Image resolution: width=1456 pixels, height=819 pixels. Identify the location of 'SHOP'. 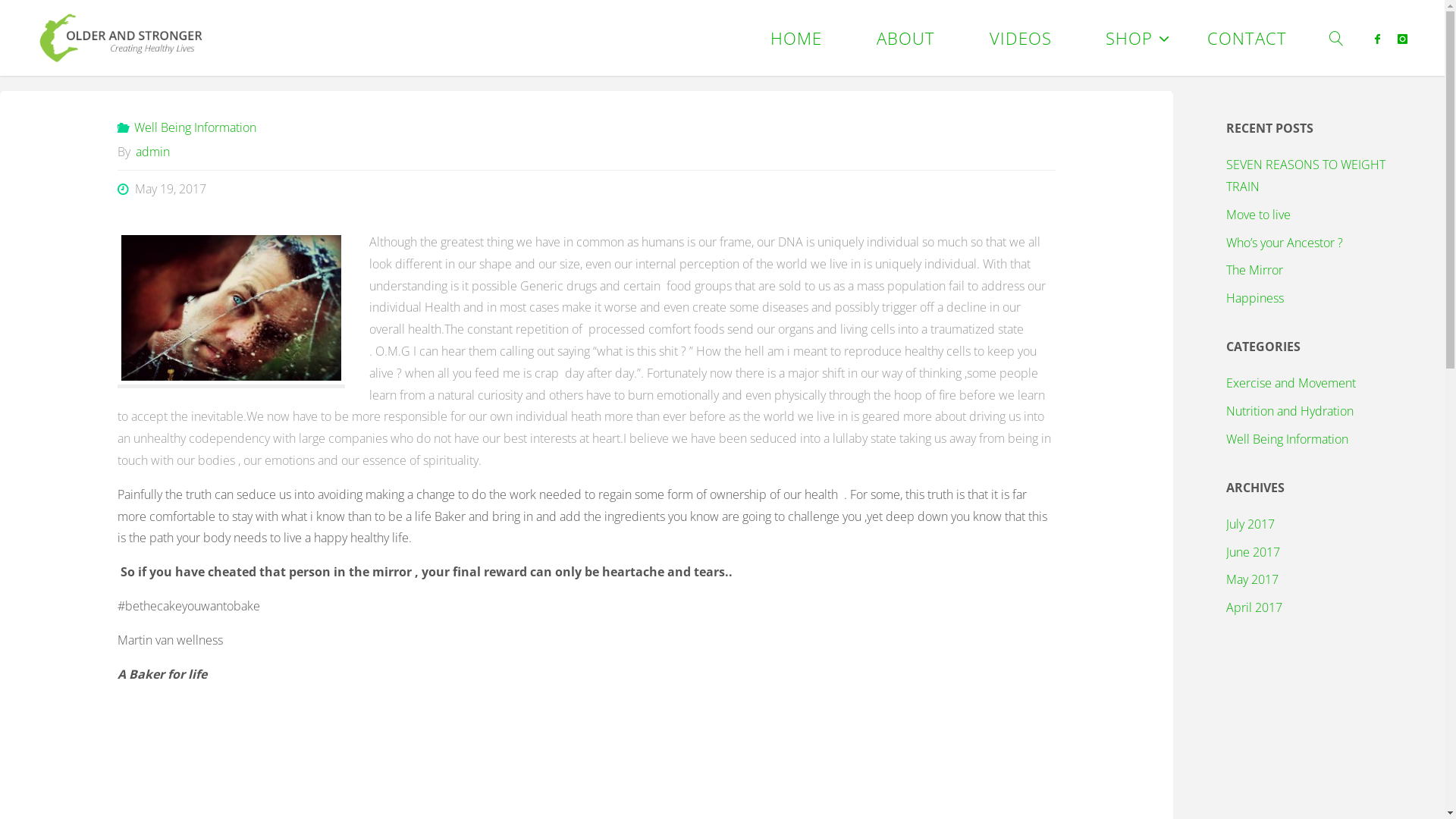
(1077, 37).